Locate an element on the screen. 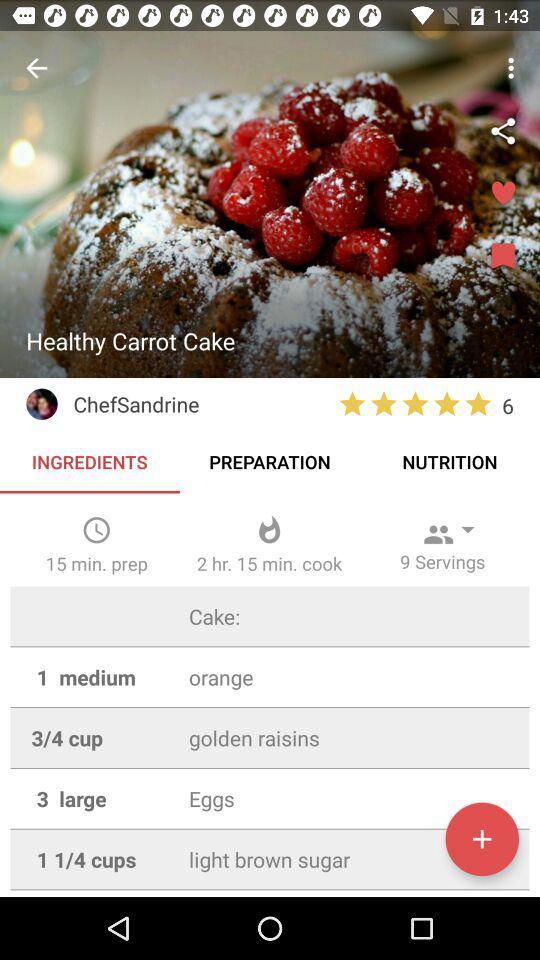 The width and height of the screenshot is (540, 960). go back is located at coordinates (36, 68).